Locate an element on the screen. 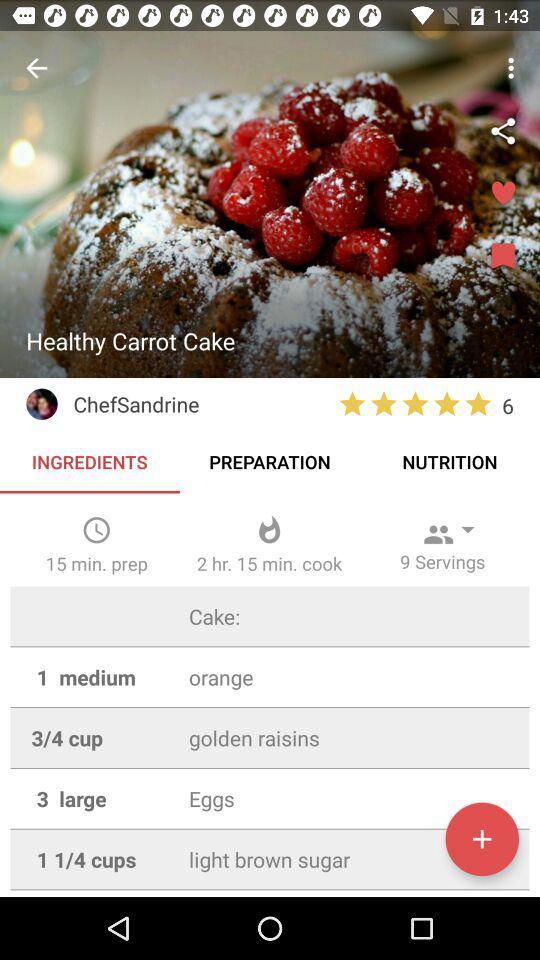 The width and height of the screenshot is (540, 960). go back is located at coordinates (36, 68).